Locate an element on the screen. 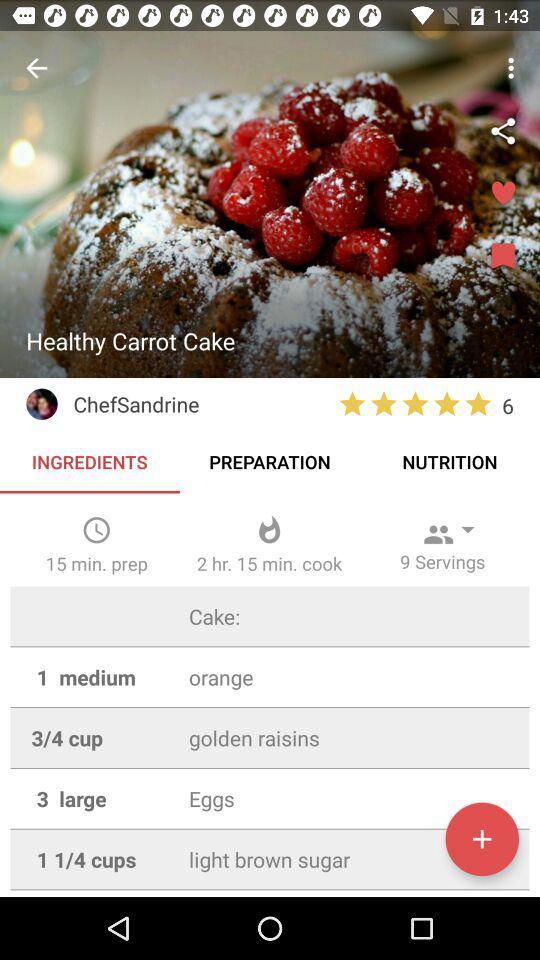 The width and height of the screenshot is (540, 960). go back is located at coordinates (36, 68).